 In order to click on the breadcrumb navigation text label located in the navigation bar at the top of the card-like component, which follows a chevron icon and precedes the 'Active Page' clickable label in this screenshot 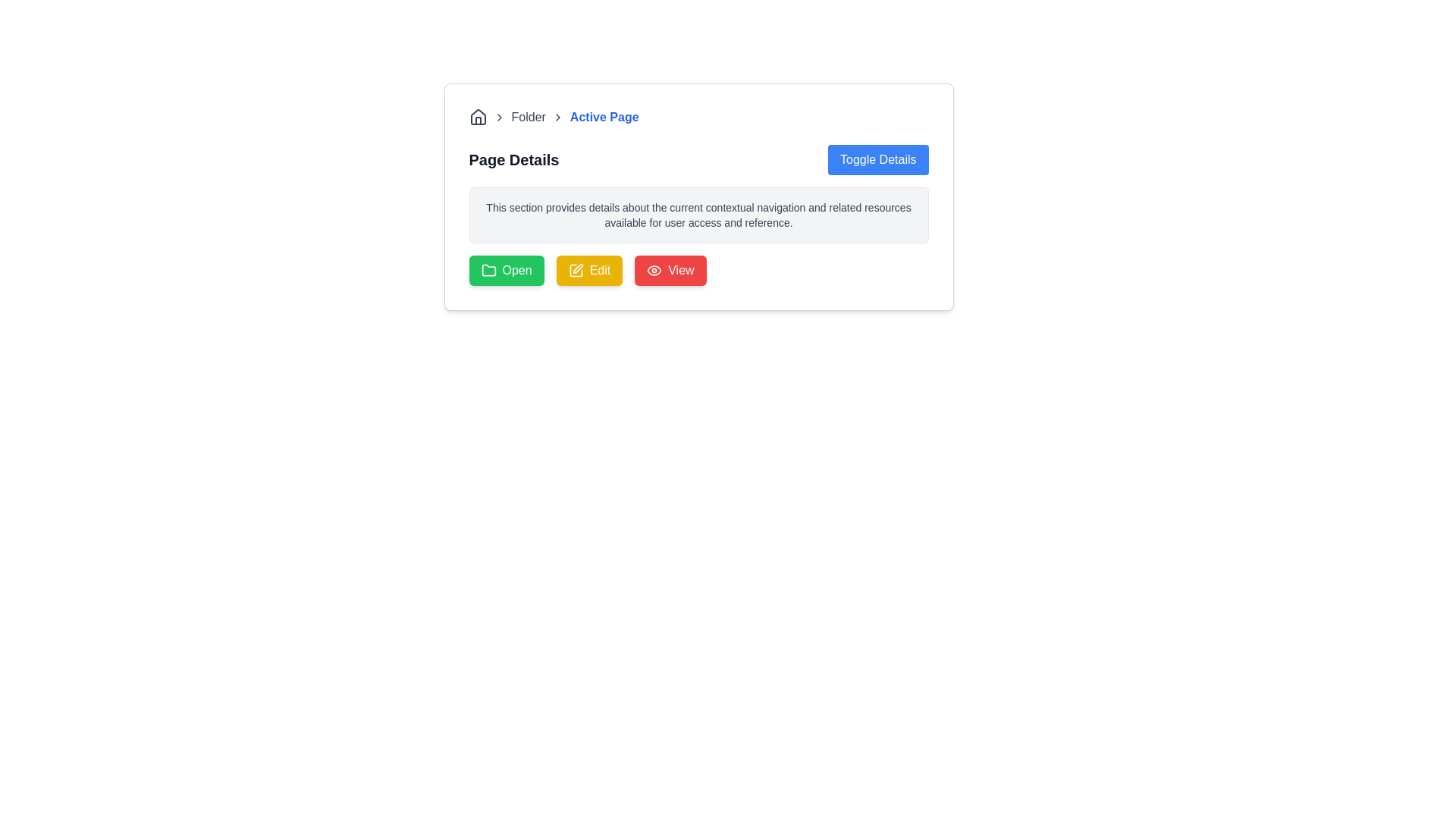, I will do `click(529, 116)`.